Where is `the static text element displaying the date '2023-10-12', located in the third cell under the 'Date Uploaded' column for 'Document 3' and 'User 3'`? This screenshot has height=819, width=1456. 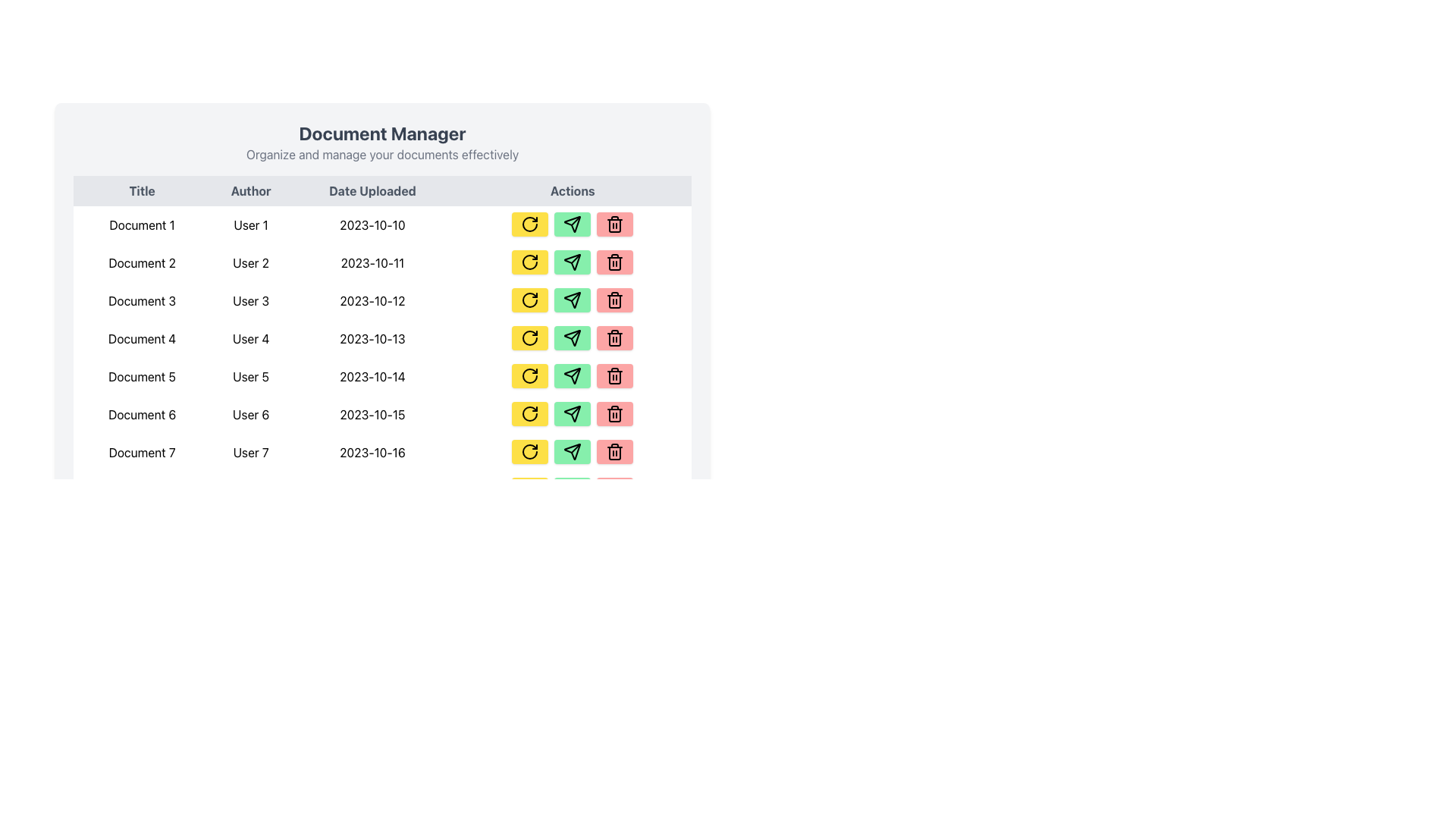 the static text element displaying the date '2023-10-12', located in the third cell under the 'Date Uploaded' column for 'Document 3' and 'User 3' is located at coordinates (372, 301).